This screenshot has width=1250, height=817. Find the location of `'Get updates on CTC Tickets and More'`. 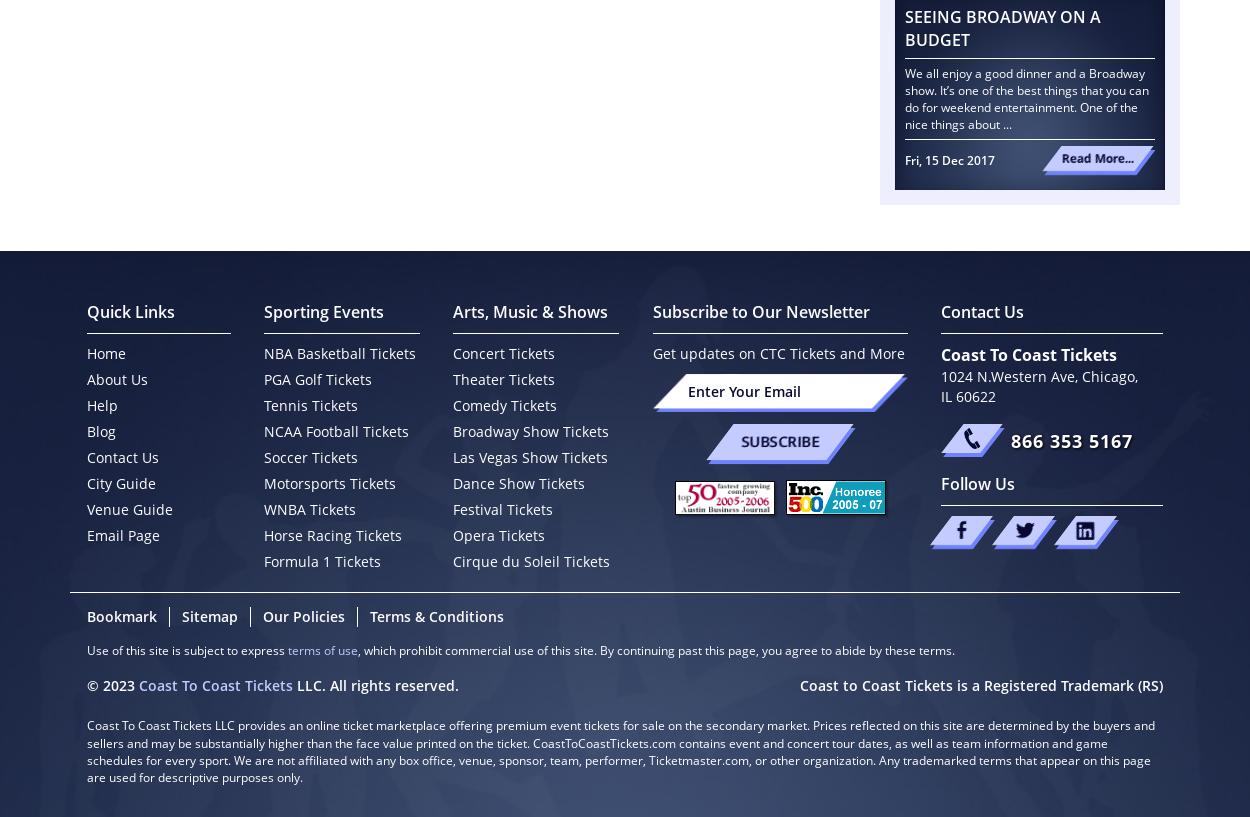

'Get updates on CTC Tickets and More' is located at coordinates (777, 352).